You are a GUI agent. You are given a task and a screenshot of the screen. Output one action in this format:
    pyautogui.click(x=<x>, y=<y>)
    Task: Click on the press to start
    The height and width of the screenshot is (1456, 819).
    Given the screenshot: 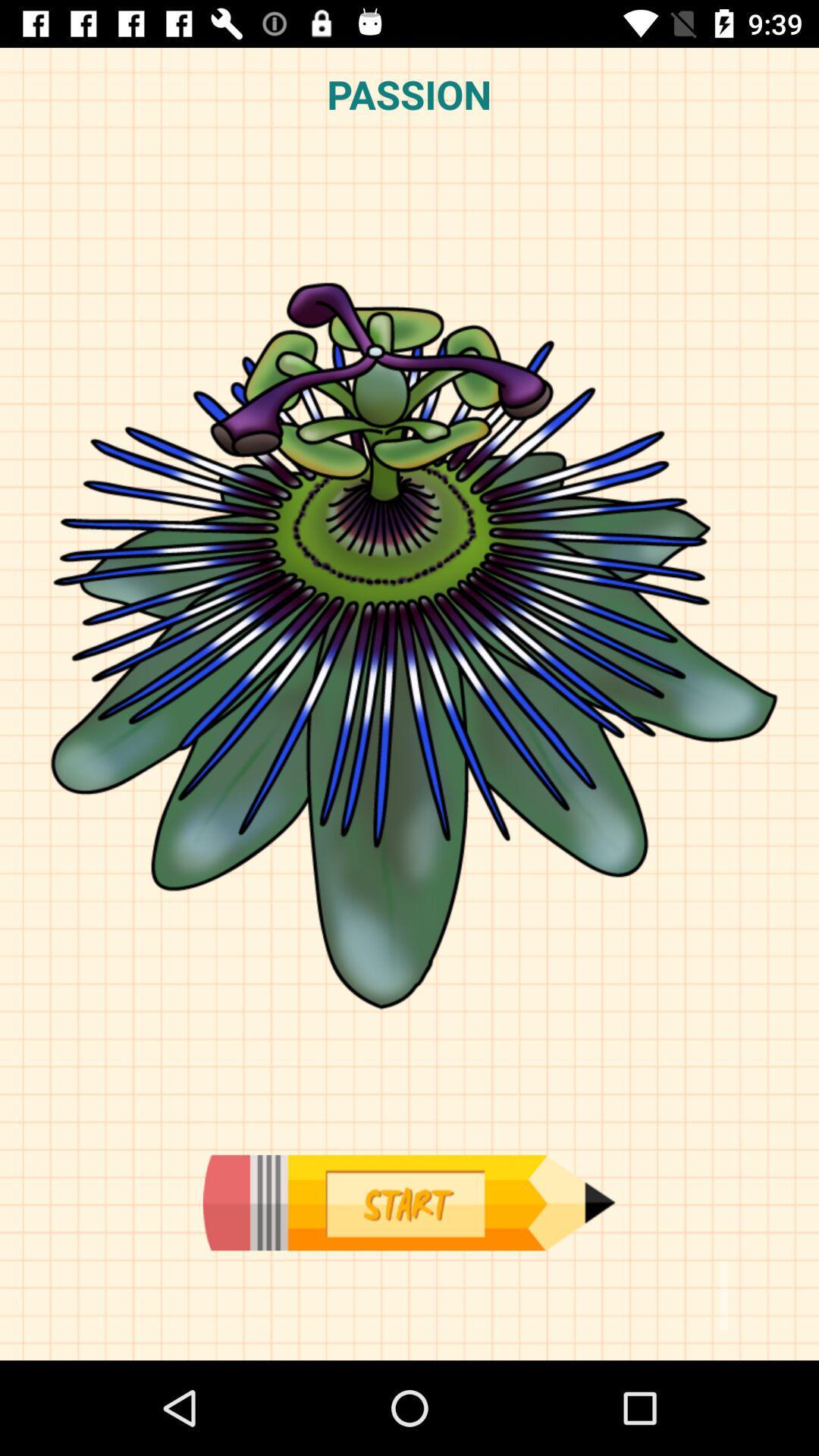 What is the action you would take?
    pyautogui.click(x=408, y=1202)
    